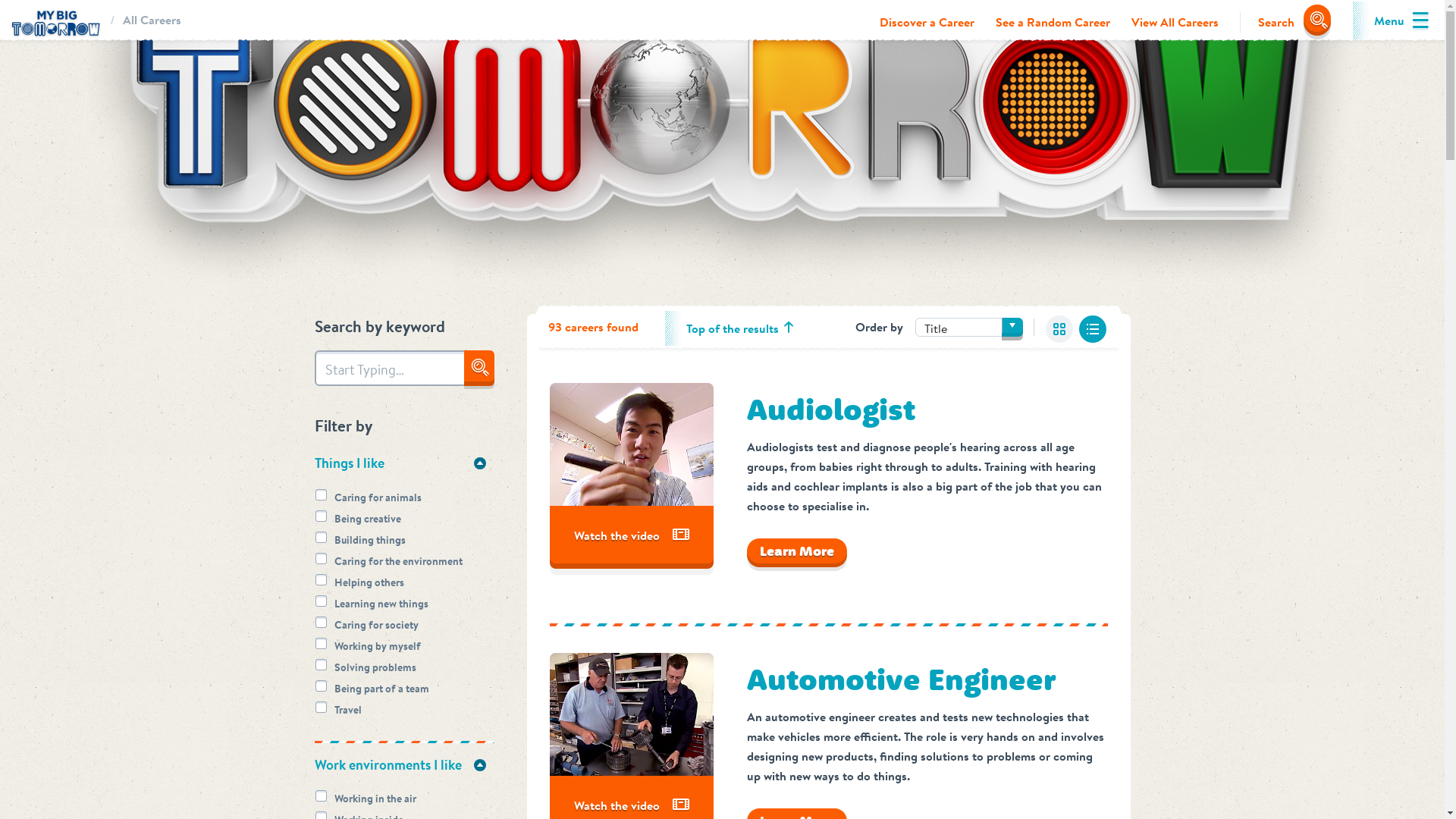  I want to click on 'View All Careers', so click(1174, 22).